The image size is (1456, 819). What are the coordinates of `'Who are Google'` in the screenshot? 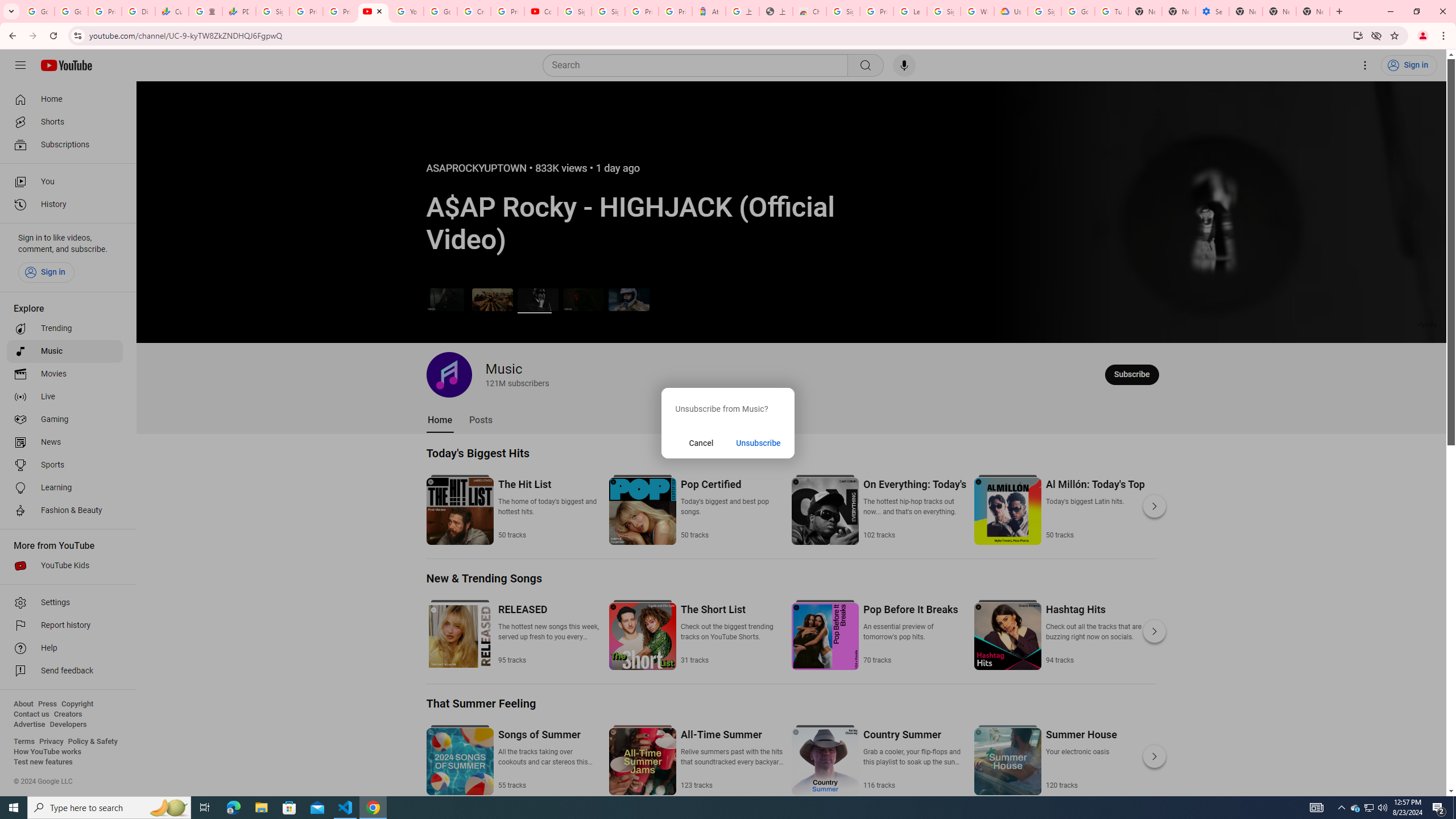 It's located at (976, 11).